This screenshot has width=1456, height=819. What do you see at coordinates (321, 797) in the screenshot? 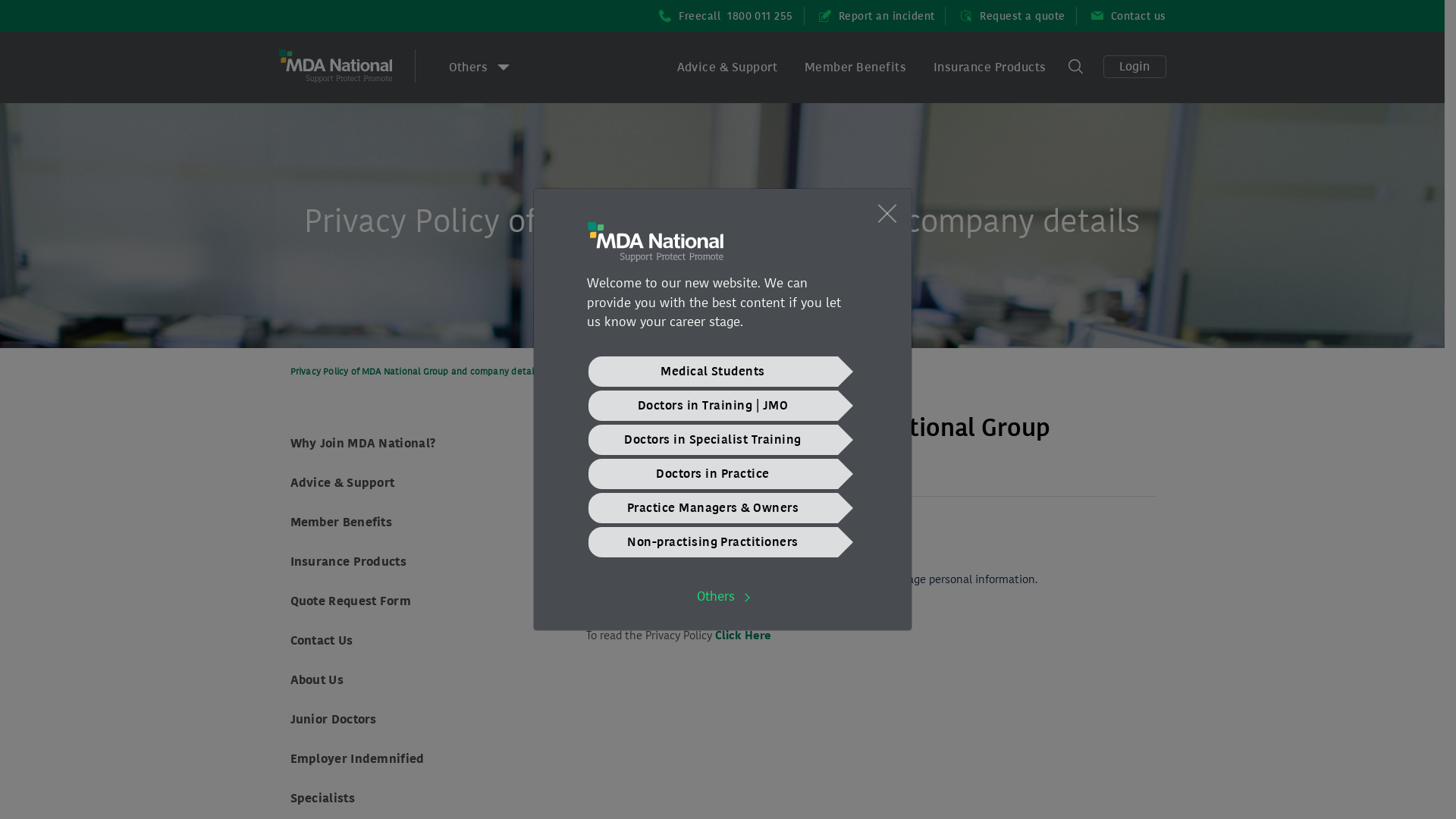
I see `'Specialists'` at bounding box center [321, 797].